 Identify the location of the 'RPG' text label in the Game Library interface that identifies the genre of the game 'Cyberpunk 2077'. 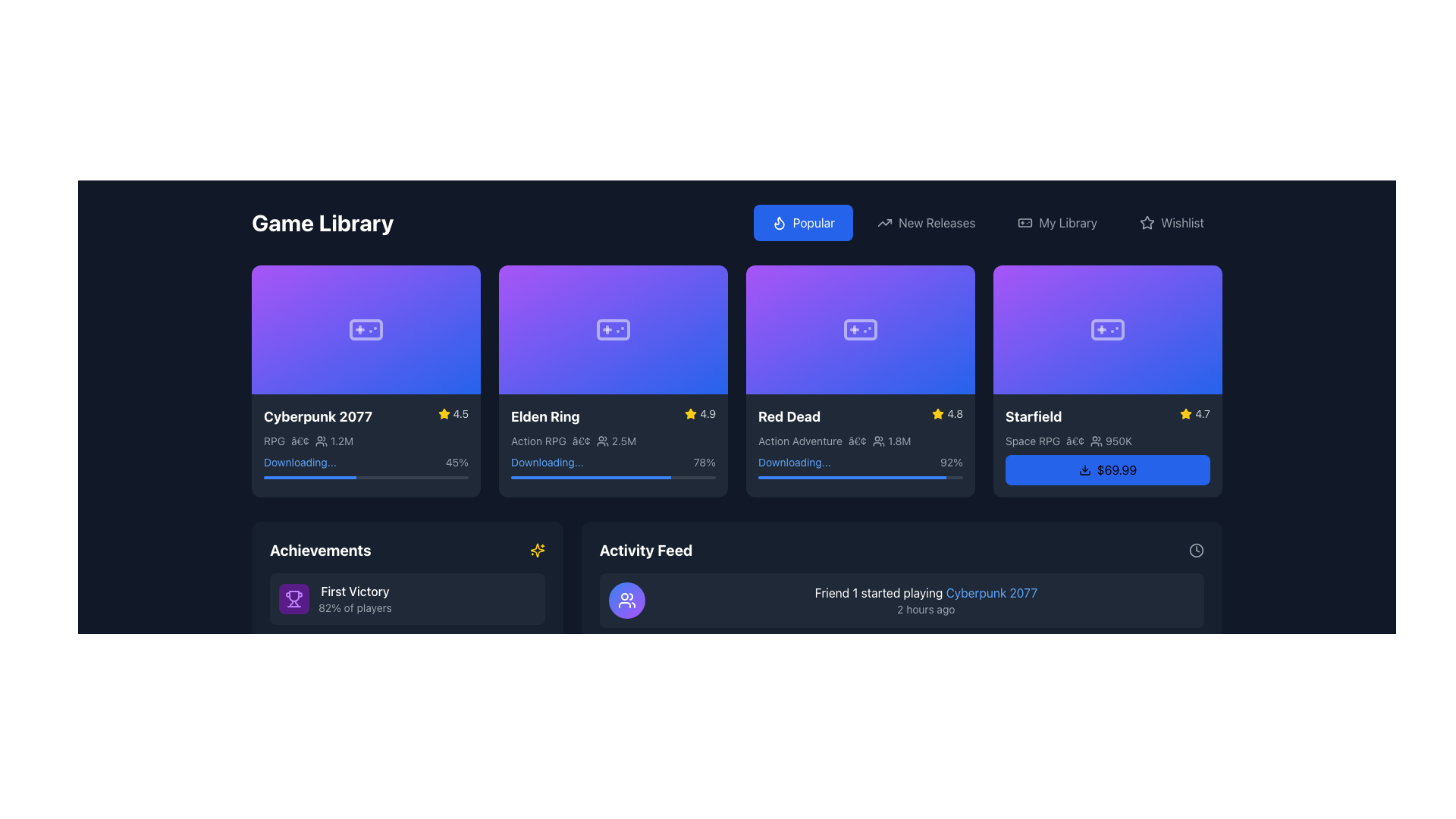
(275, 441).